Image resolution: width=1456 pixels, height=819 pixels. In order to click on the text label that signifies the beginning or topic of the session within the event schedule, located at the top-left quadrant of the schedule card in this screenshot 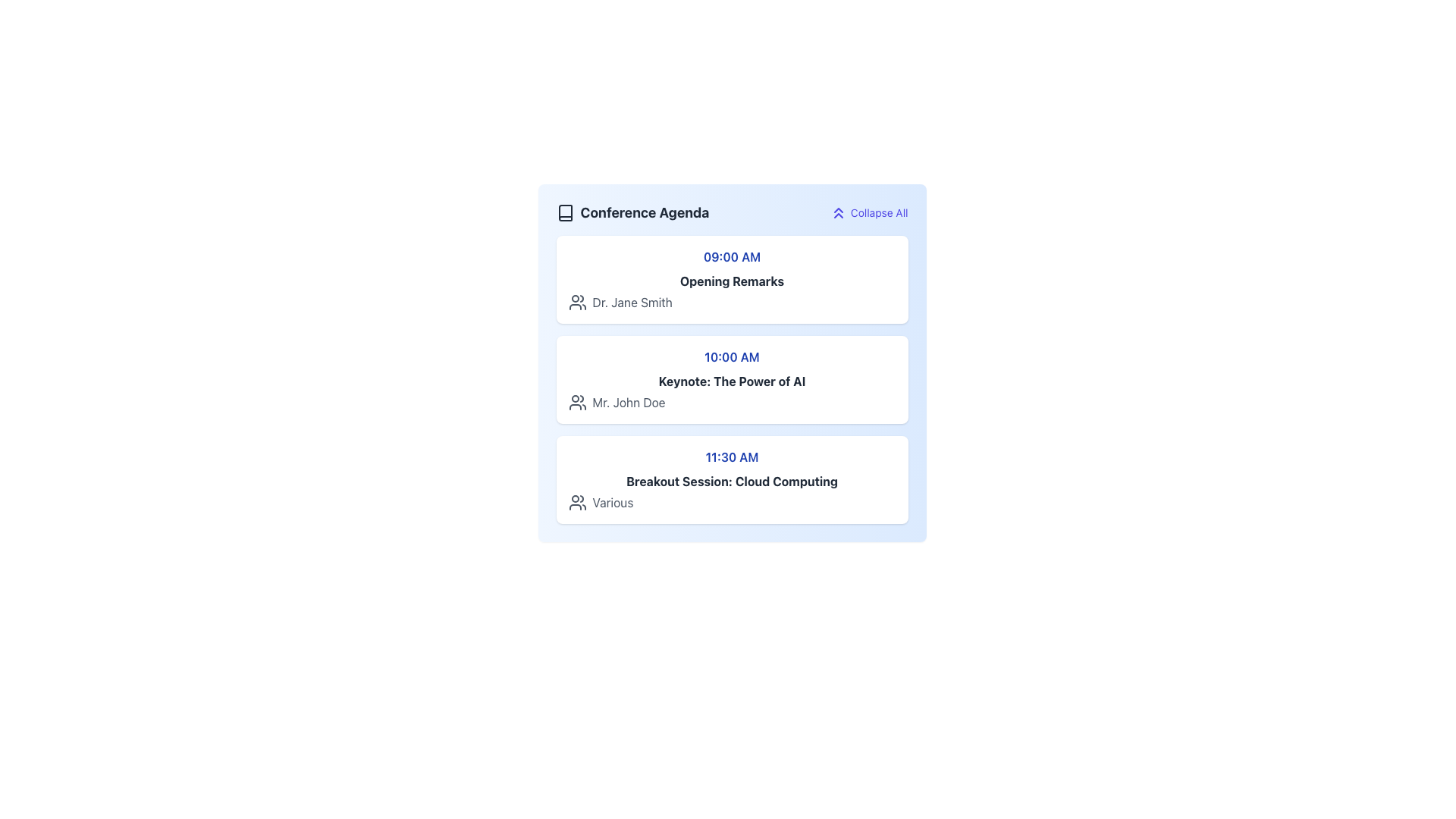, I will do `click(732, 281)`.